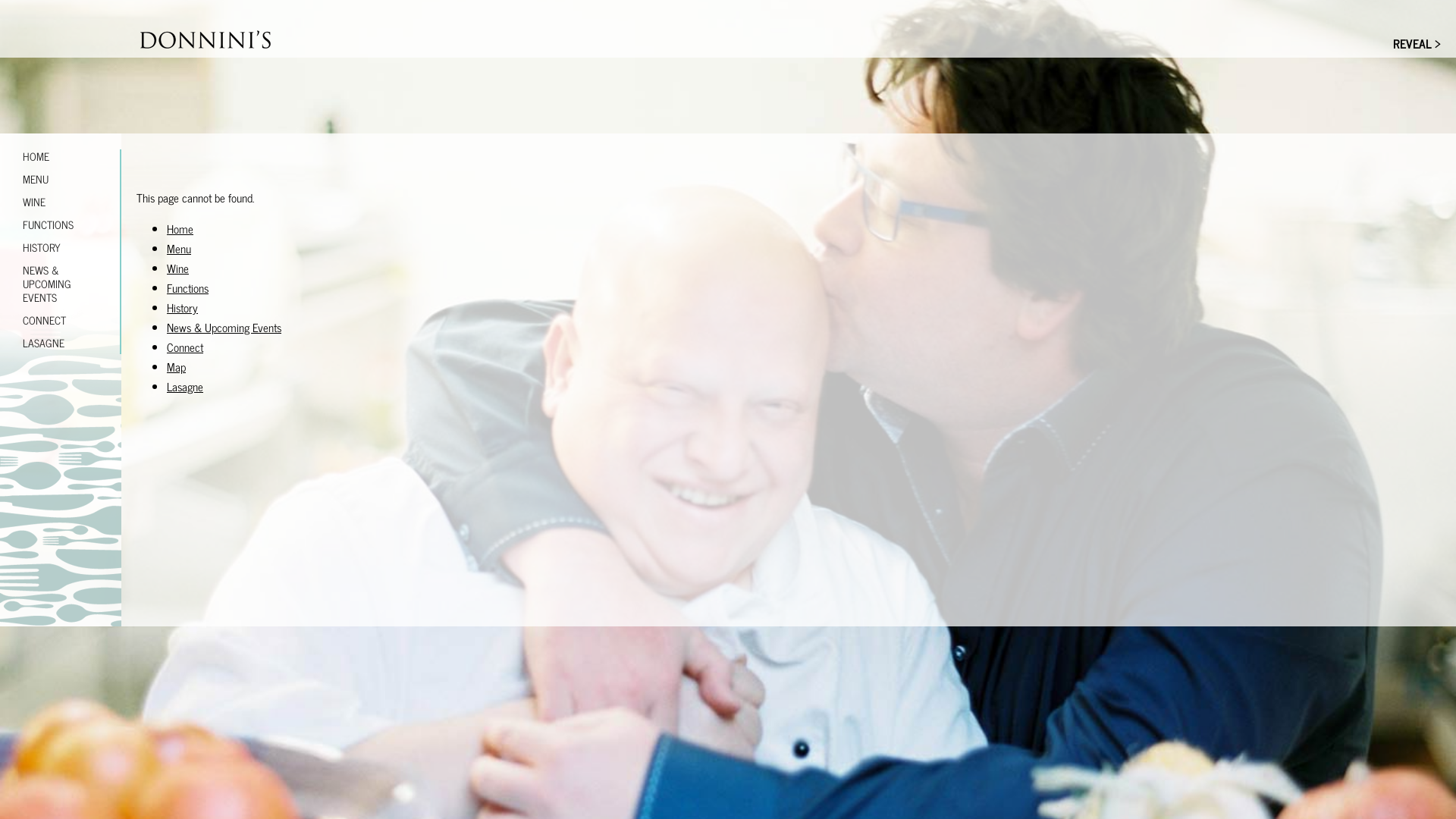 This screenshot has width=1456, height=819. I want to click on 'Menu', so click(178, 247).